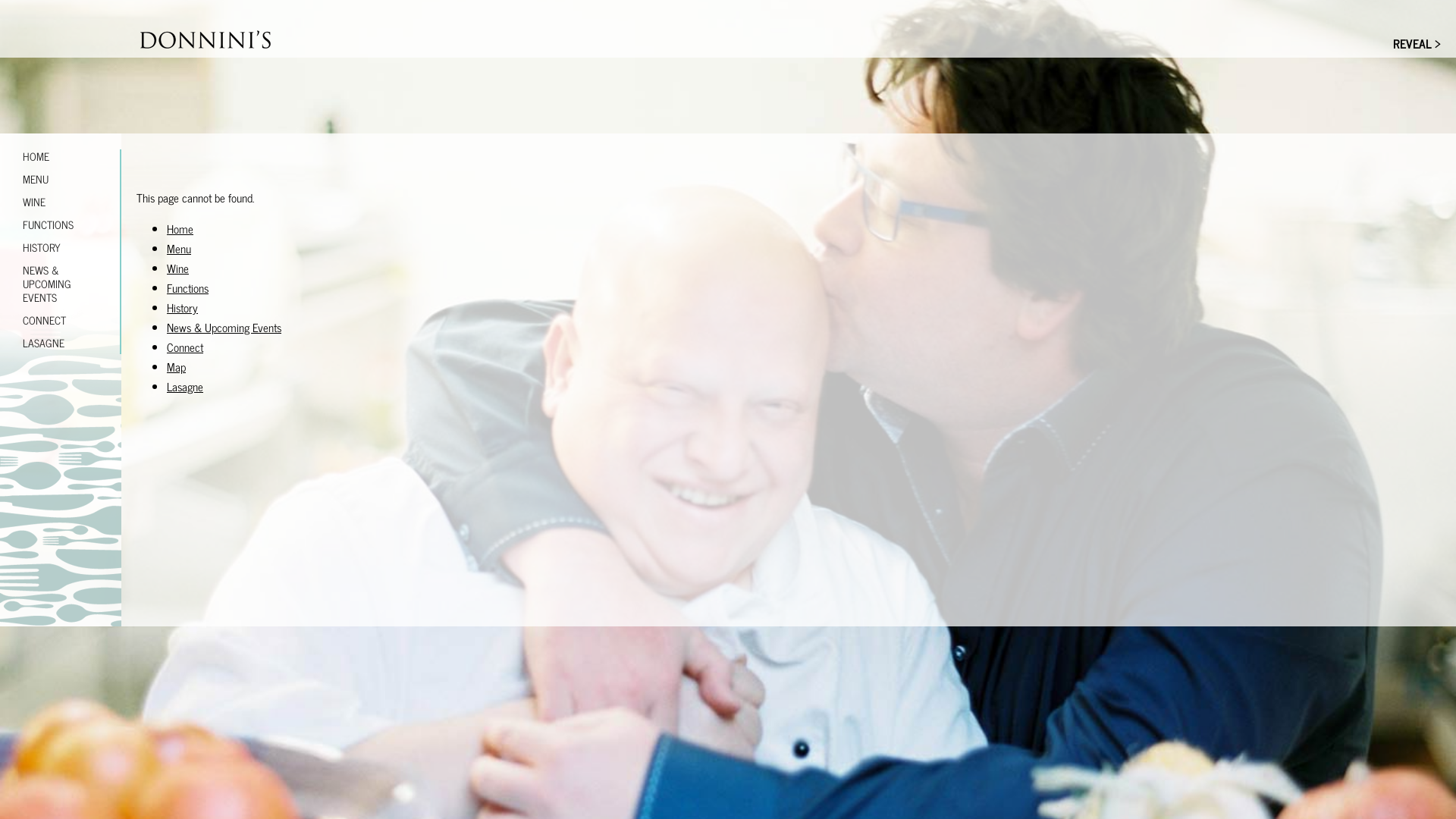 This screenshot has width=1456, height=819. I want to click on 'Menu', so click(178, 247).